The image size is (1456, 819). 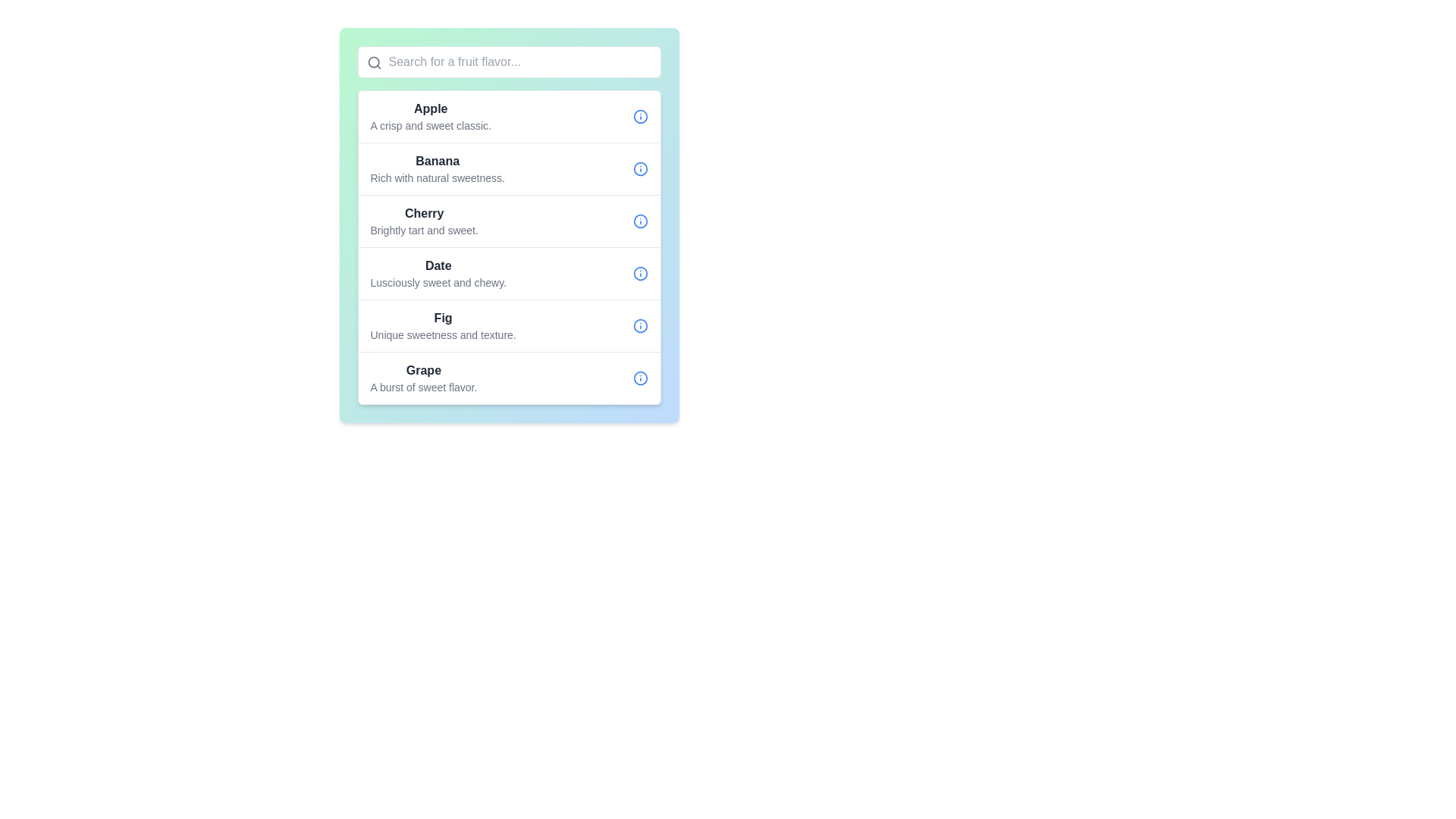 What do you see at coordinates (437, 161) in the screenshot?
I see `the text element representing the fruit 'Banana', which is located in the second row of a vertically aligned list` at bounding box center [437, 161].